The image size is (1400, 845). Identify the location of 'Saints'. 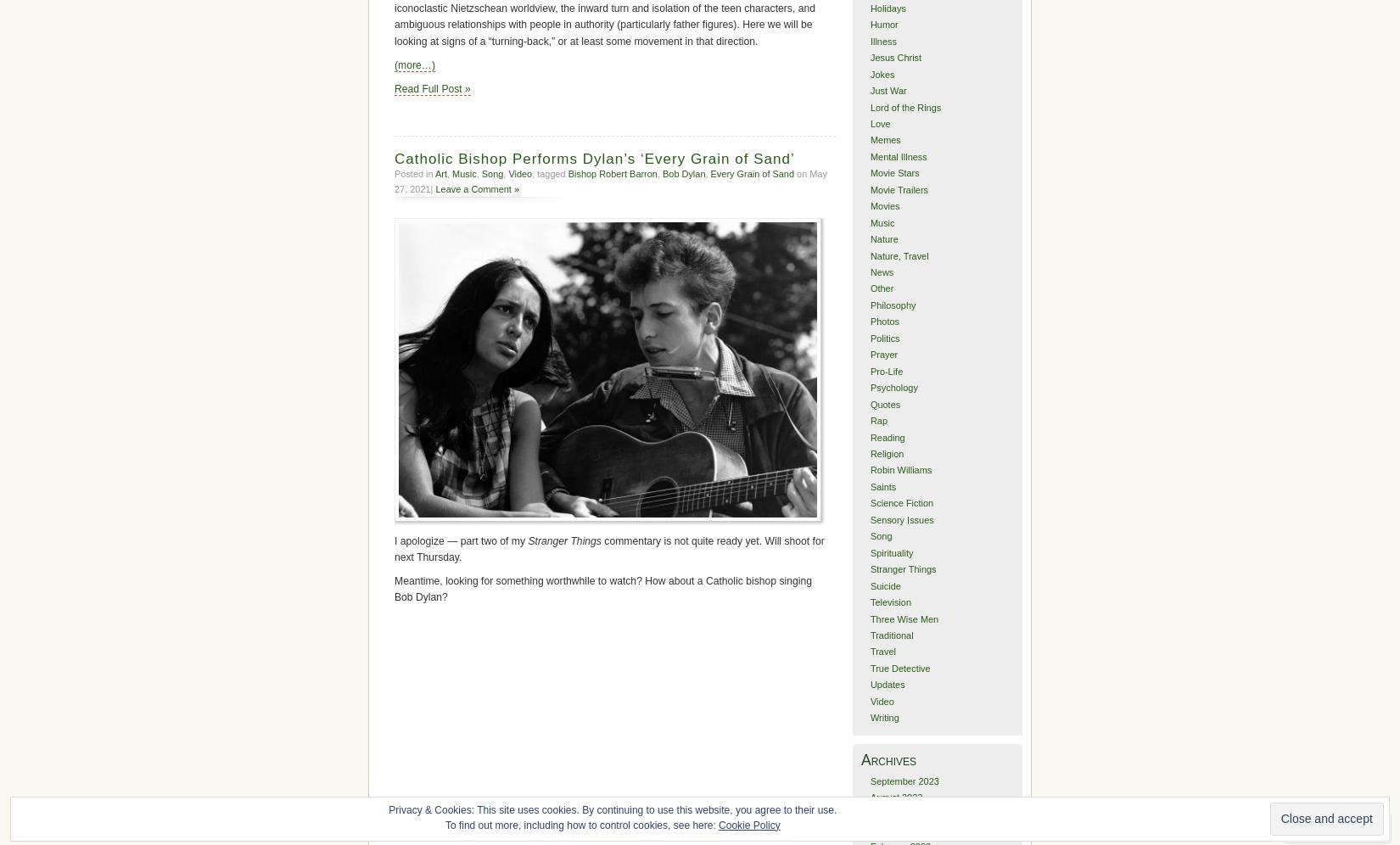
(869, 484).